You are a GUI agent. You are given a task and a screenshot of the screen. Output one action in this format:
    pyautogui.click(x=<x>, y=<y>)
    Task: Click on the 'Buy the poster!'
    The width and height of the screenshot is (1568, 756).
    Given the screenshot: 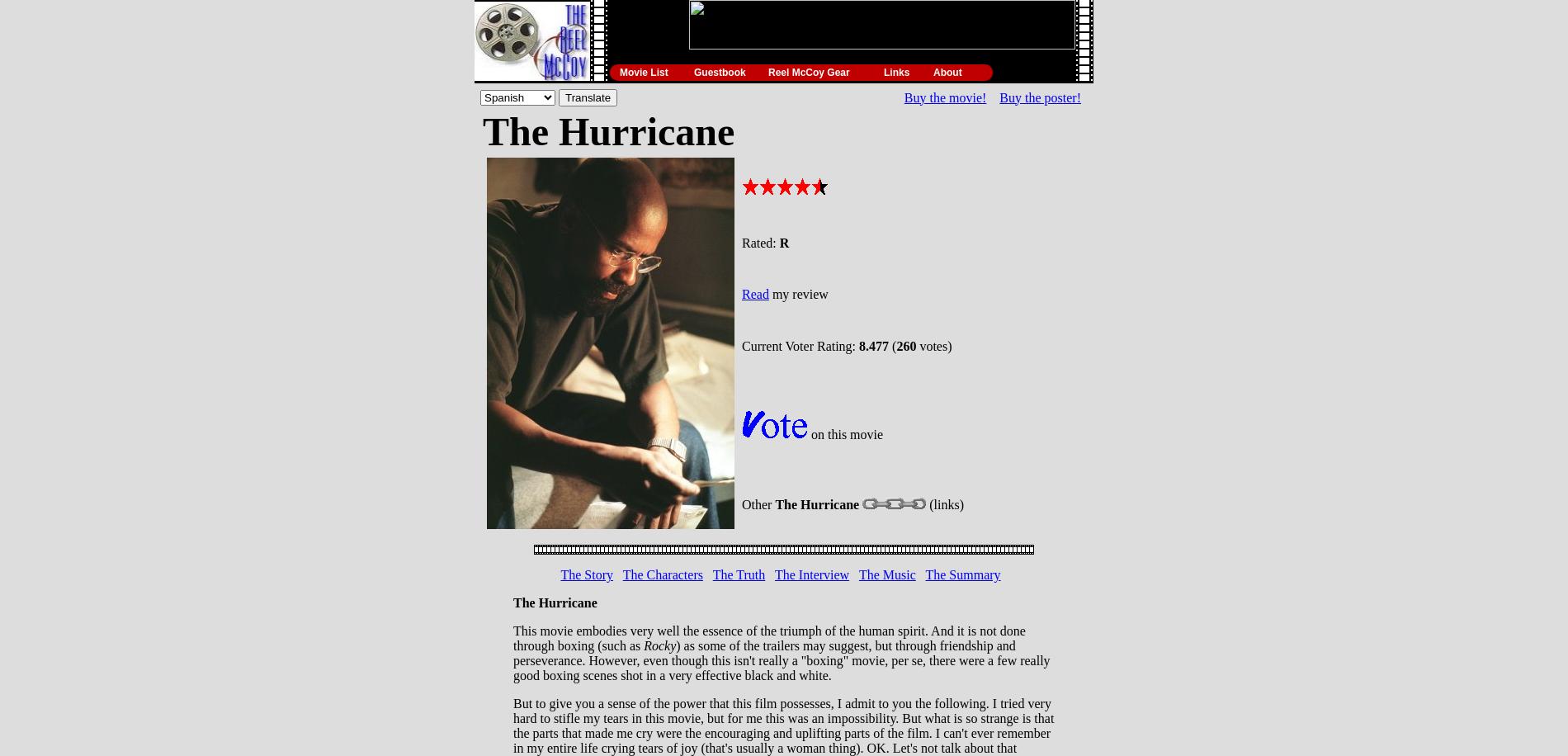 What is the action you would take?
    pyautogui.click(x=999, y=97)
    